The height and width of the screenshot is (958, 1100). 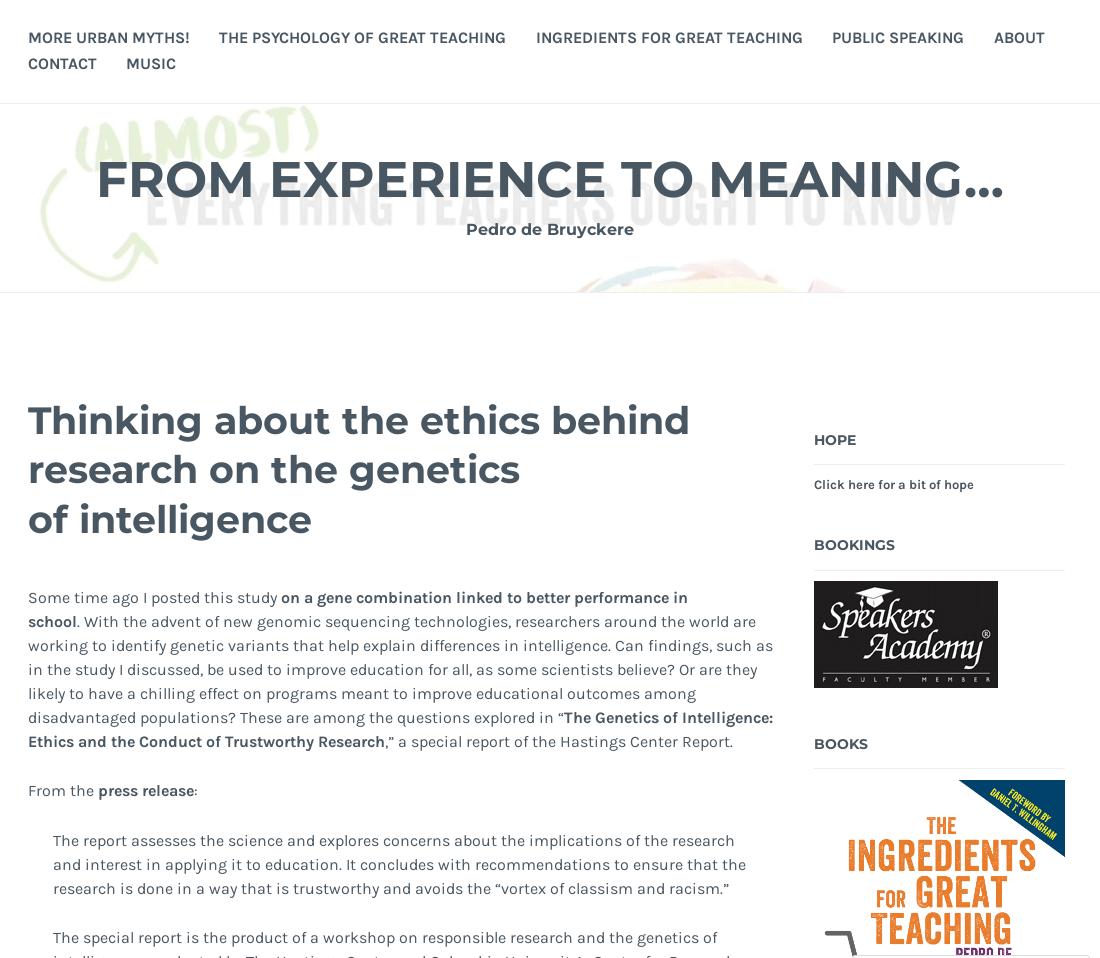 I want to click on 'The Psychology of Great Teaching', so click(x=362, y=35).